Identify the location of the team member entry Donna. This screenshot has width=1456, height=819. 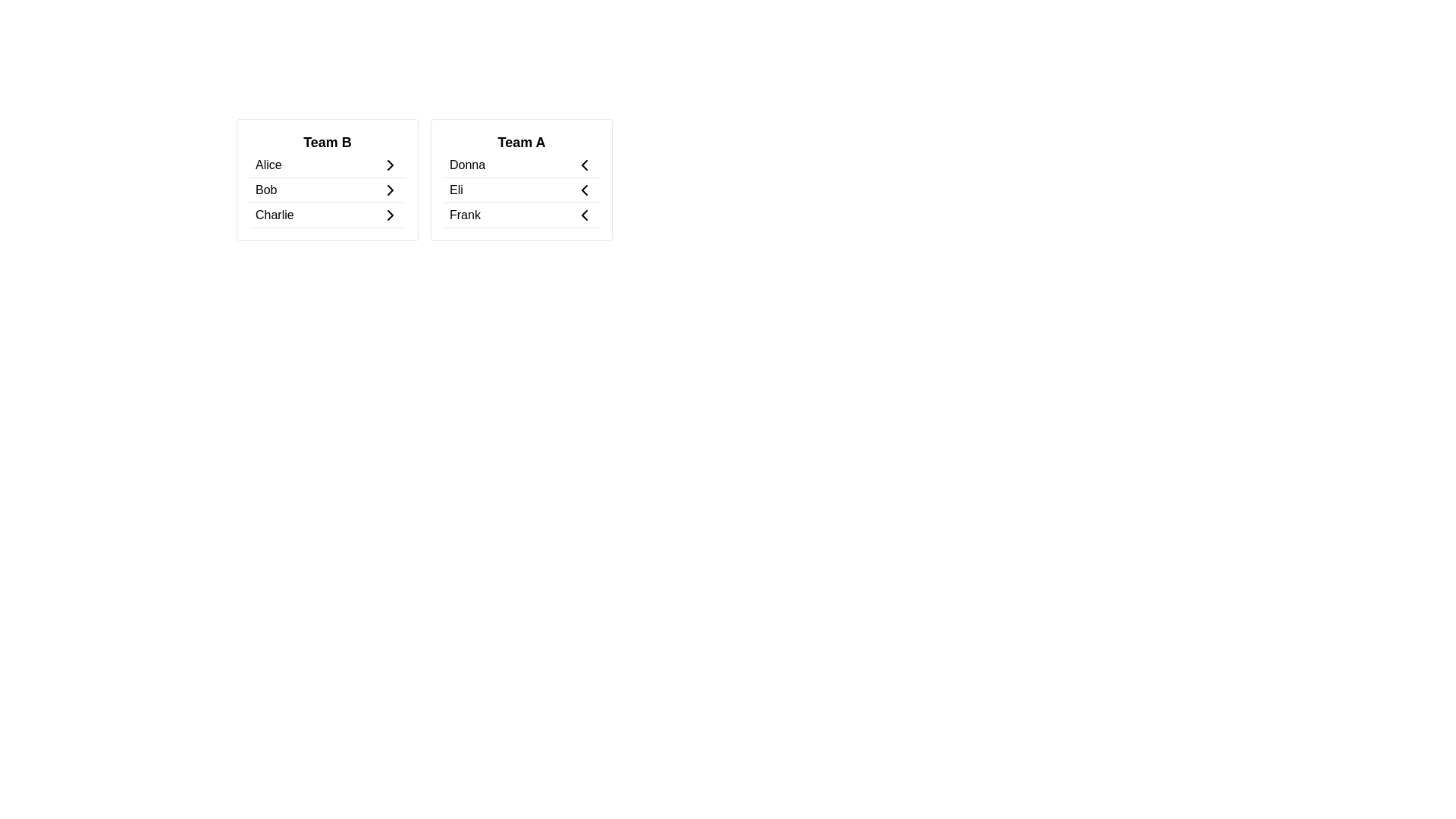
(521, 165).